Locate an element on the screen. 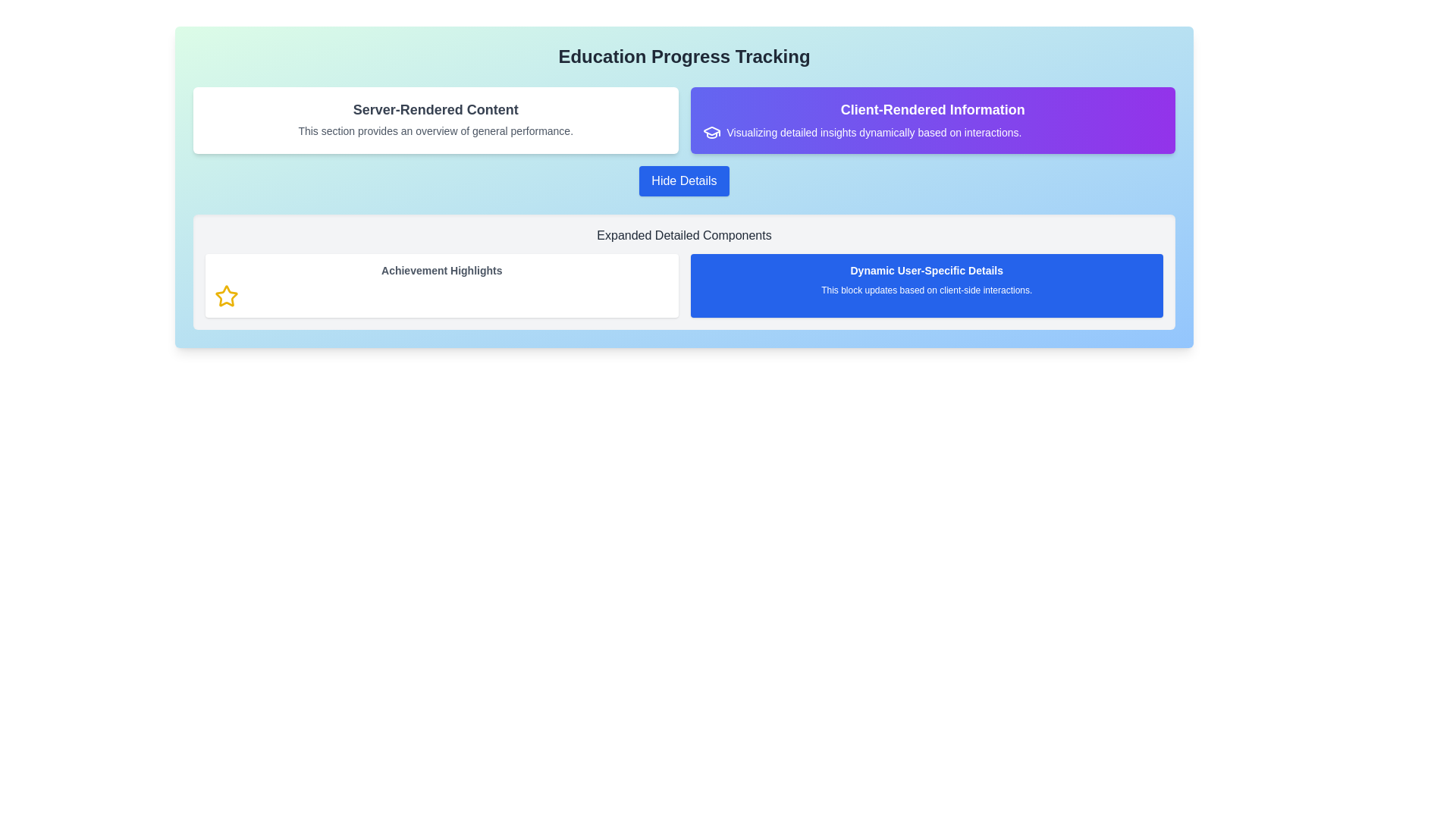  the Informational Panel with the heading 'Client-Rendered Information' is located at coordinates (932, 119).